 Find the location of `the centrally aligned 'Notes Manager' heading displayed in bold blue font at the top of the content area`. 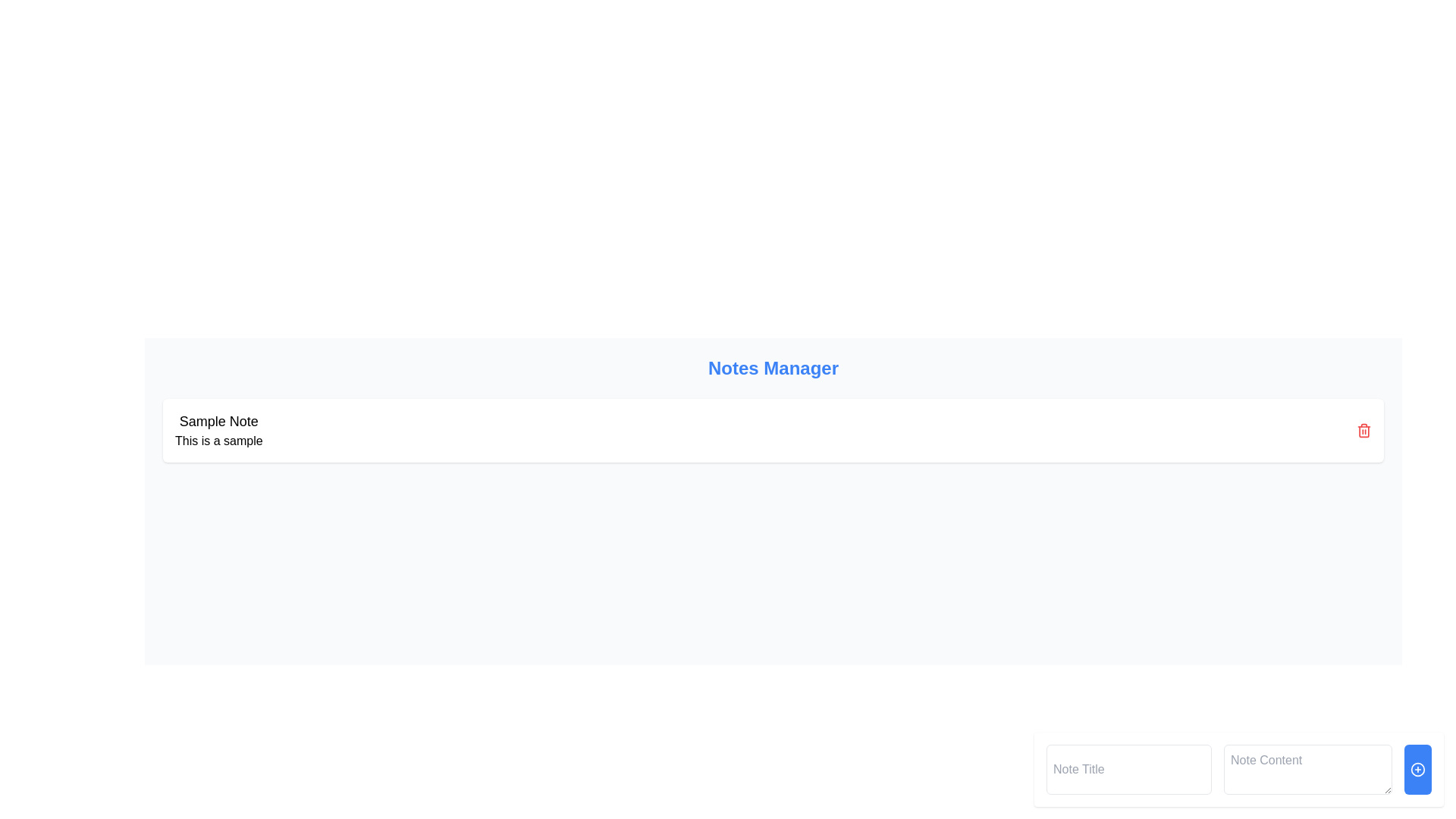

the centrally aligned 'Notes Manager' heading displayed in bold blue font at the top of the content area is located at coordinates (773, 369).